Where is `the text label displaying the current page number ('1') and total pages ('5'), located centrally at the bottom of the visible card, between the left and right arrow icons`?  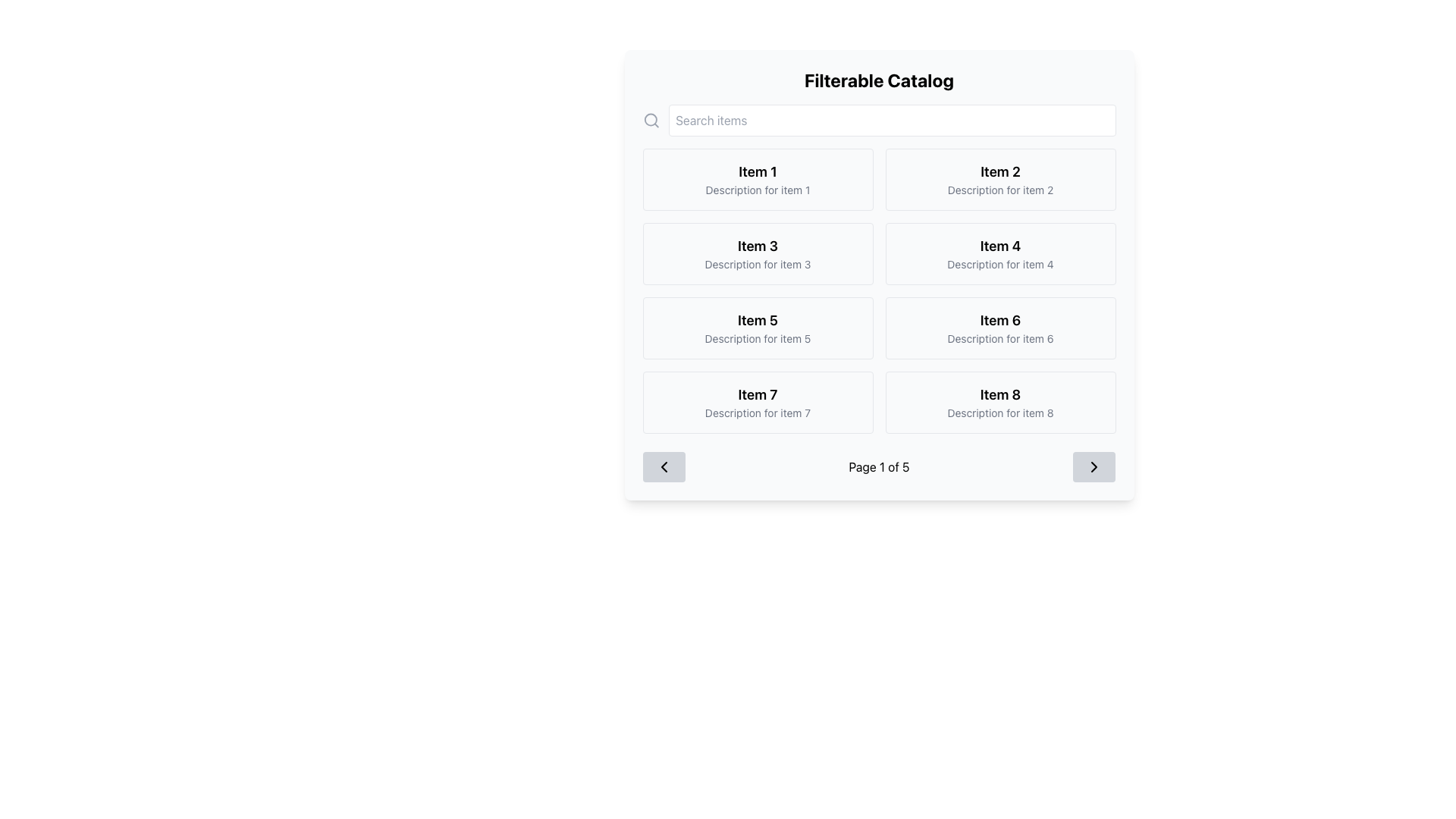
the text label displaying the current page number ('1') and total pages ('5'), located centrally at the bottom of the visible card, between the left and right arrow icons is located at coordinates (879, 466).